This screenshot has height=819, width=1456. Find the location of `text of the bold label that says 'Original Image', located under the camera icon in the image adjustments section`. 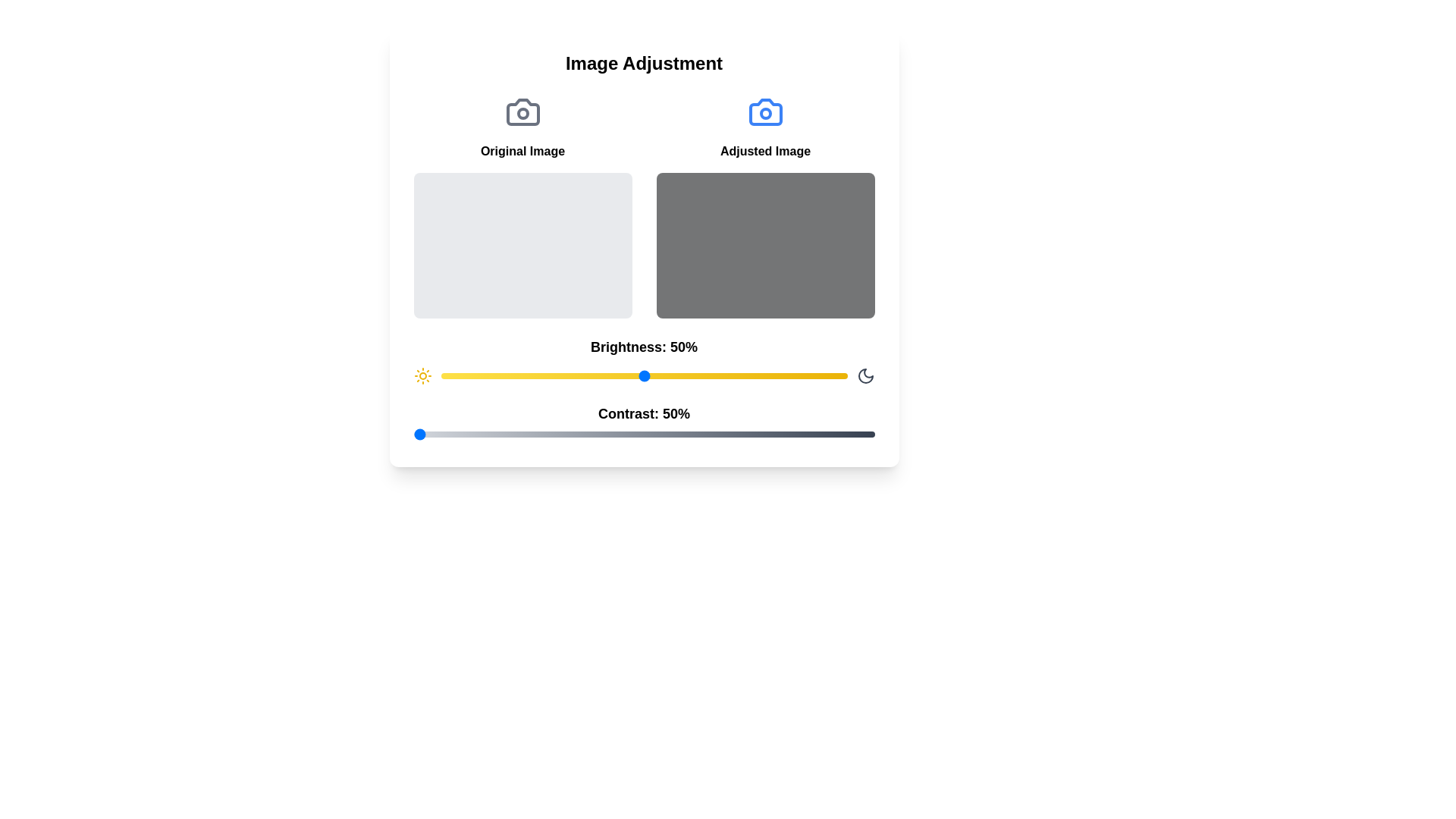

text of the bold label that says 'Original Image', located under the camera icon in the image adjustments section is located at coordinates (522, 152).